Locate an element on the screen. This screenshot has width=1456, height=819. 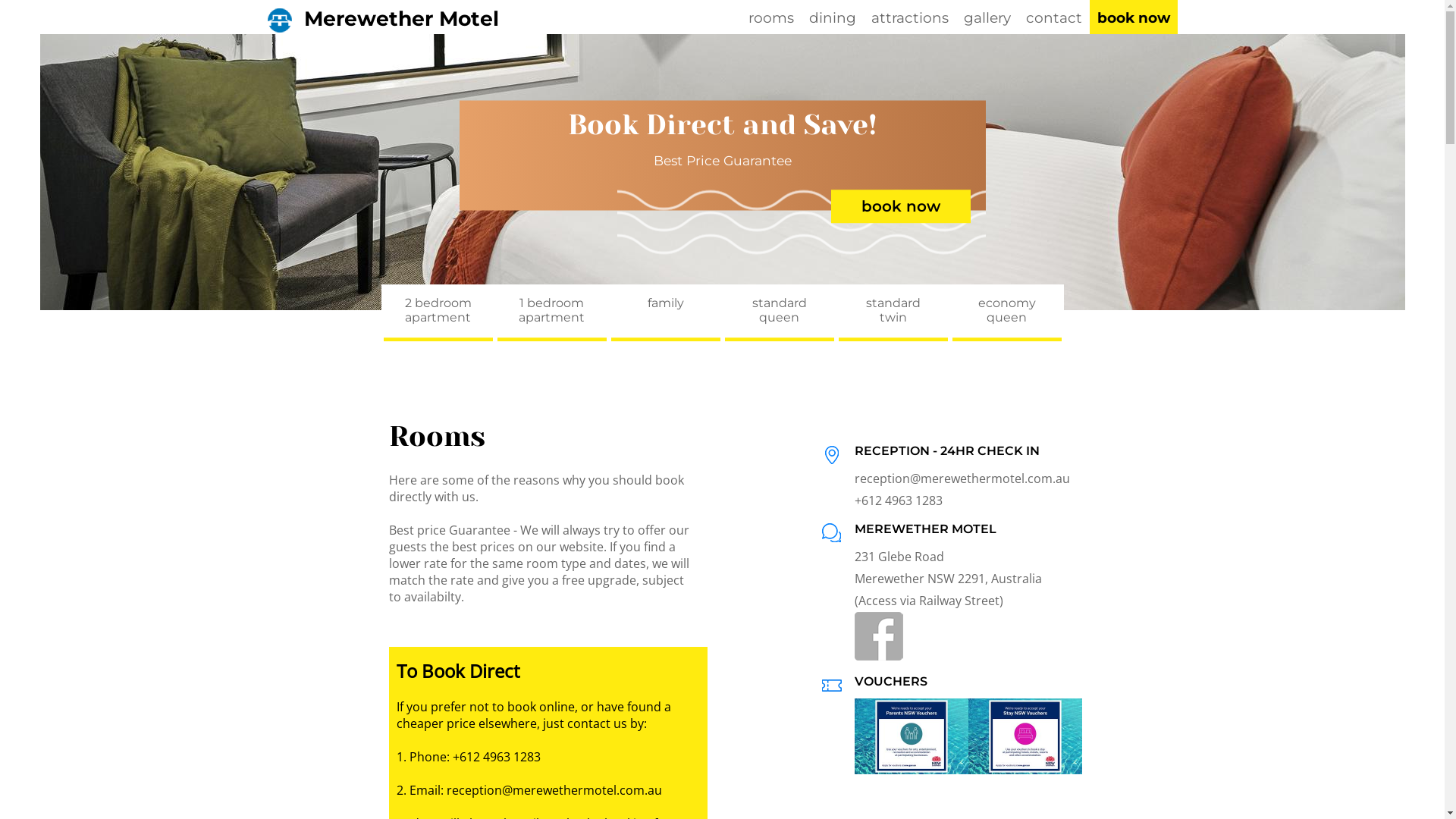
'attractions' is located at coordinates (909, 17).